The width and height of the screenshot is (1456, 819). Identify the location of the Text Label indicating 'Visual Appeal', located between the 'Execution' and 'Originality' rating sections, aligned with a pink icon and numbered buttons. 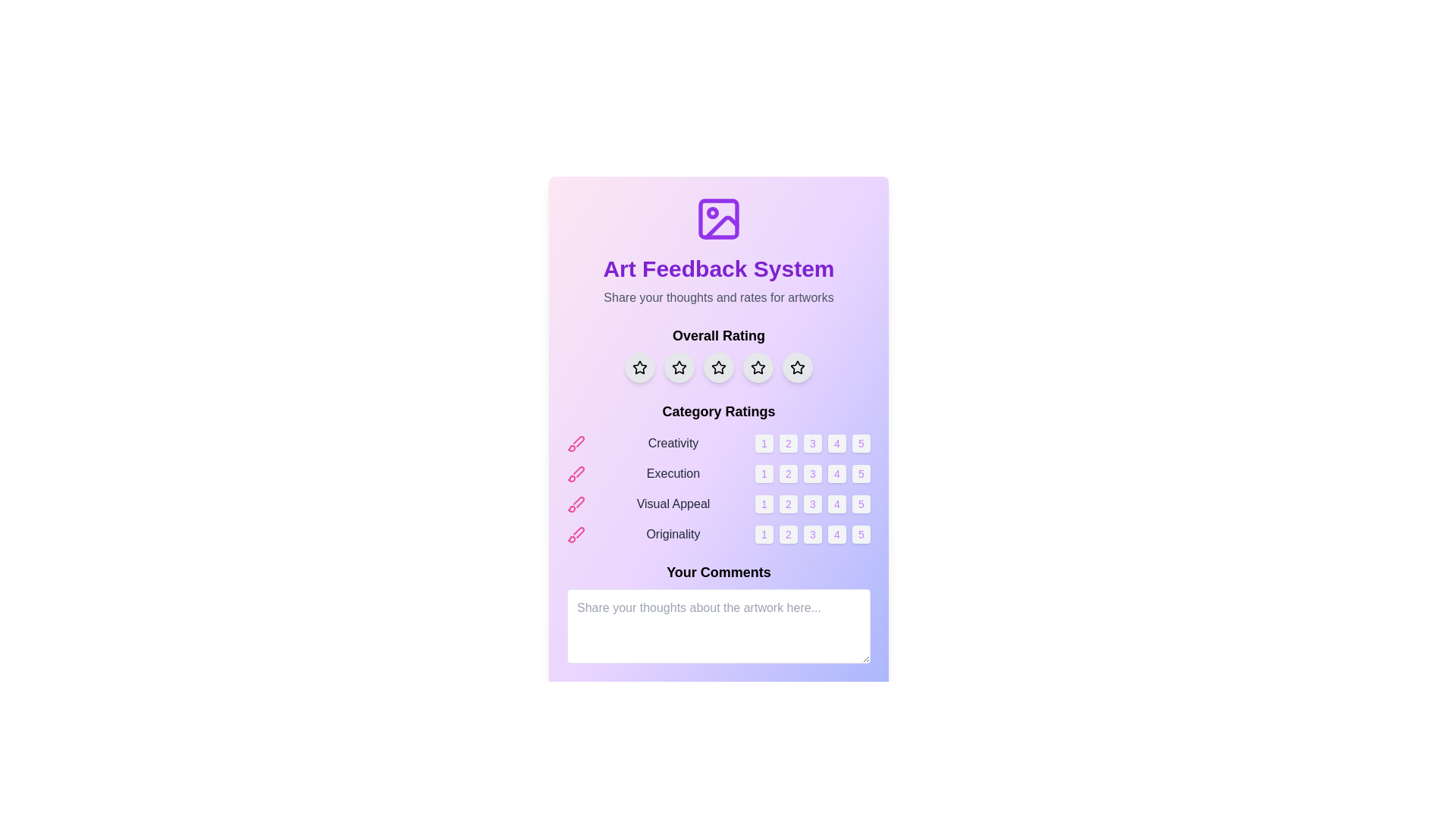
(673, 504).